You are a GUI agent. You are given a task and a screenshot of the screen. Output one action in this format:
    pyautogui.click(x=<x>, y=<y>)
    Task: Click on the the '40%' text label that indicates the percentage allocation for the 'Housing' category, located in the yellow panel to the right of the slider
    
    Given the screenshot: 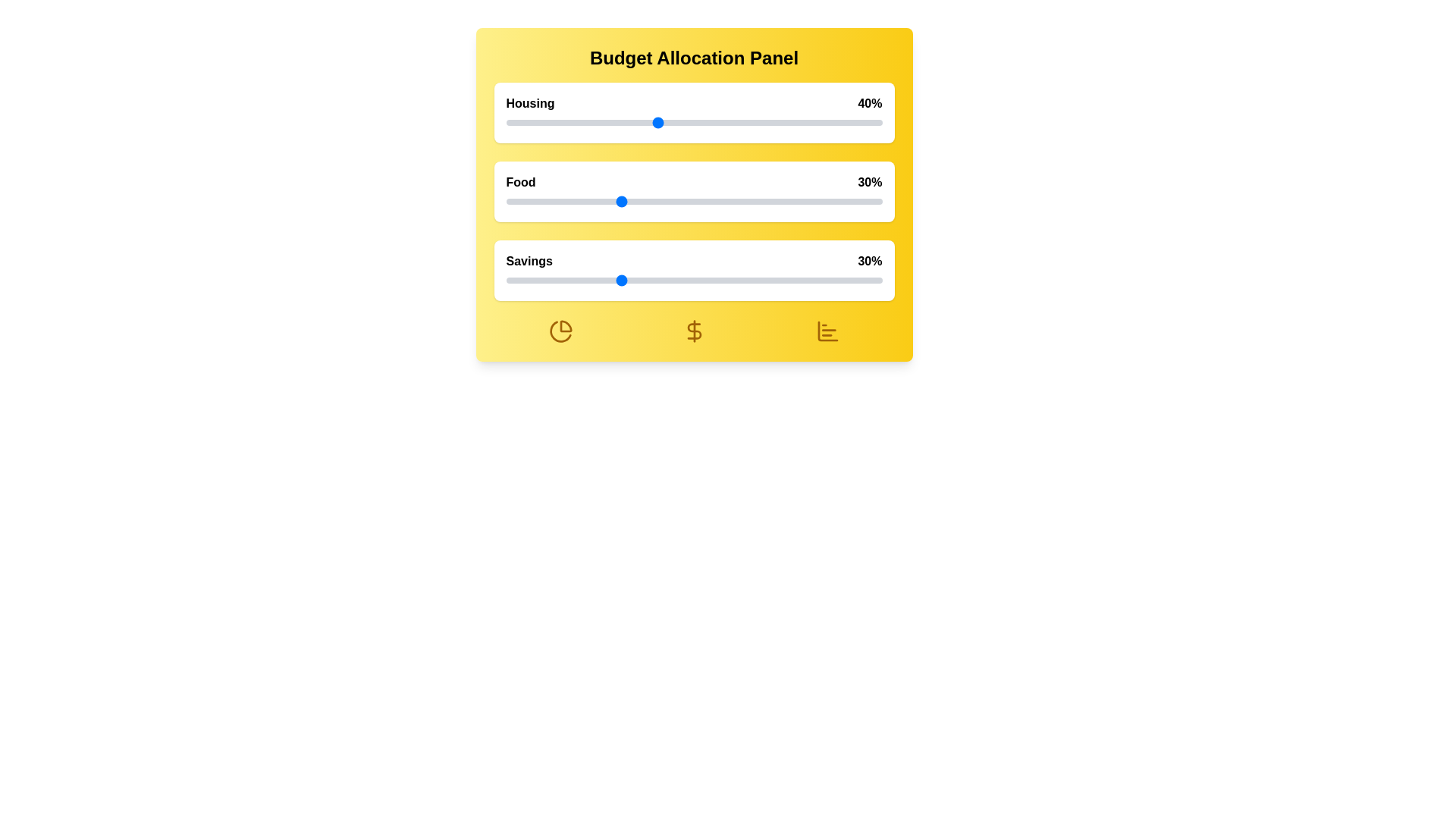 What is the action you would take?
    pyautogui.click(x=870, y=103)
    